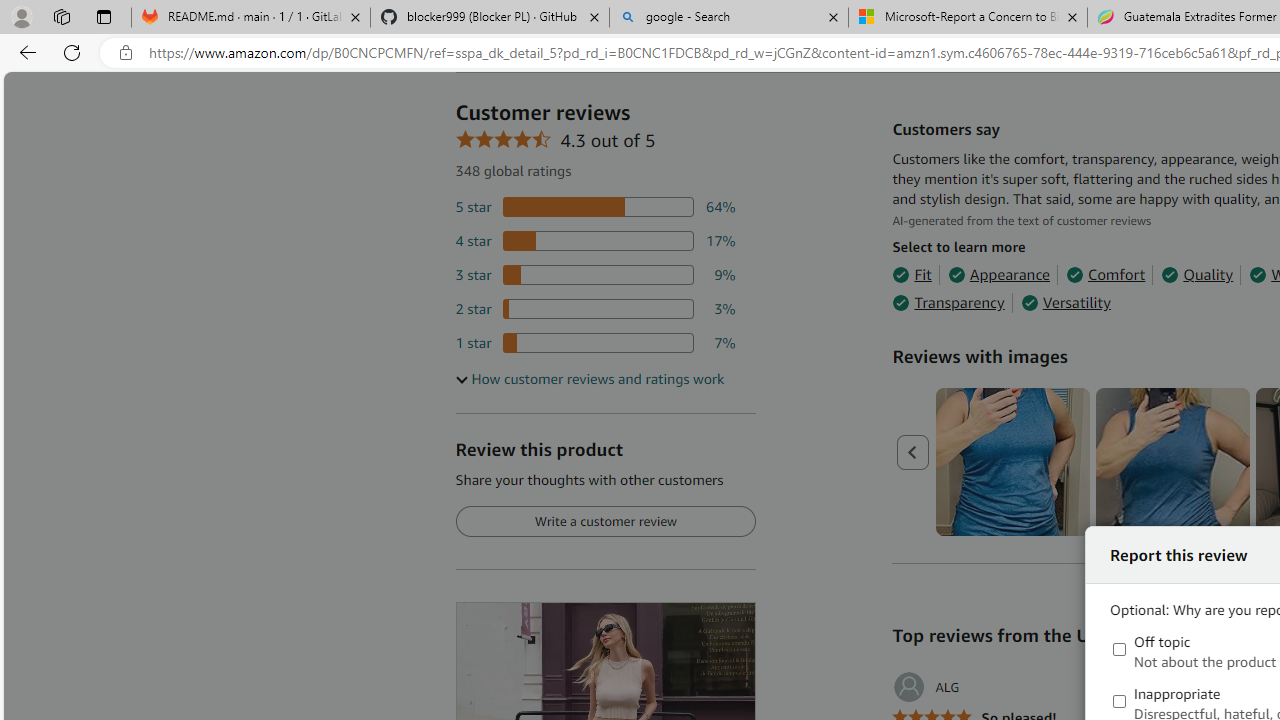 The image size is (1280, 720). What do you see at coordinates (604, 521) in the screenshot?
I see `'Write a customer review'` at bounding box center [604, 521].